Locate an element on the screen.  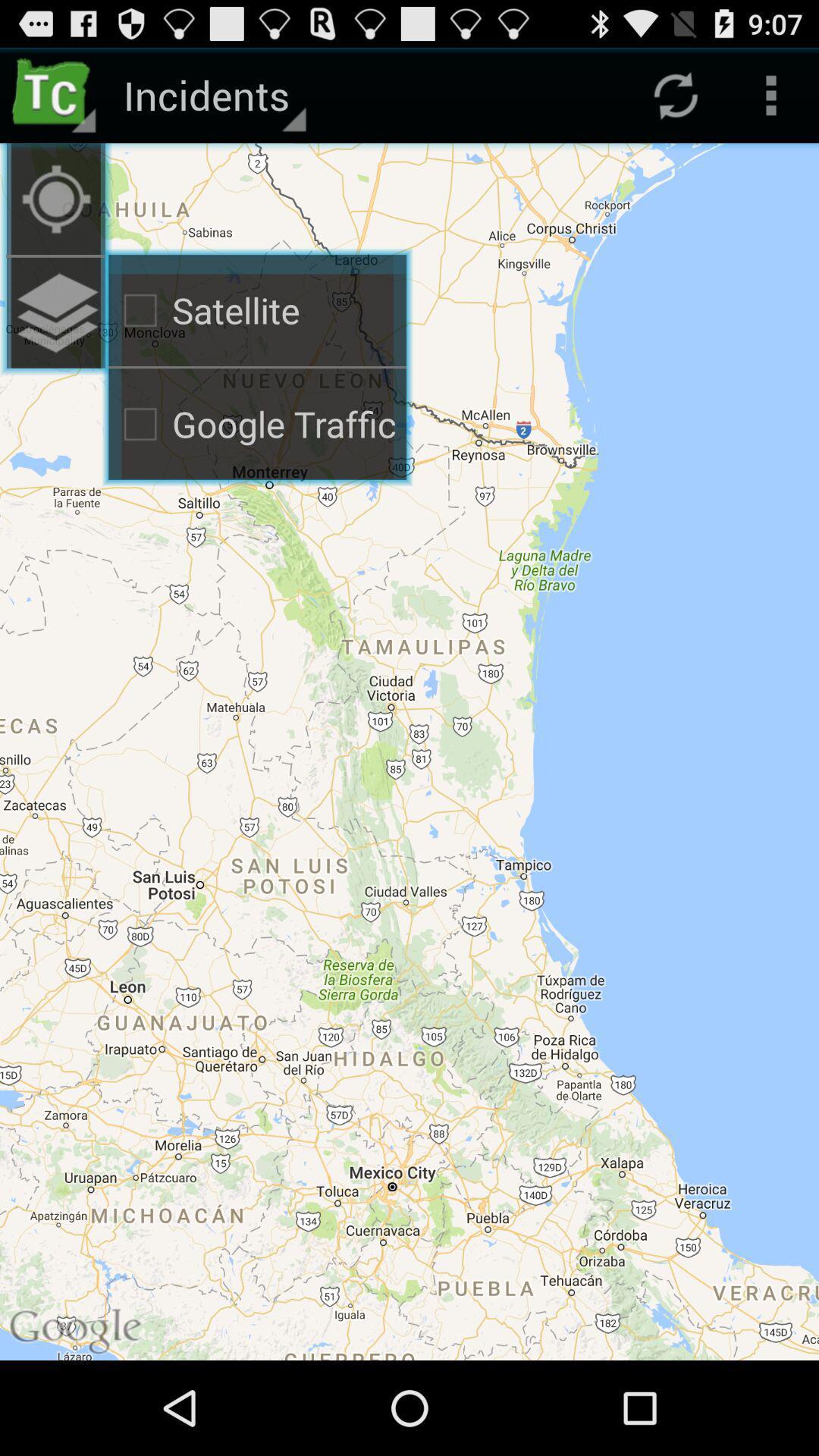
the icon to the left of satellite is located at coordinates (55, 312).